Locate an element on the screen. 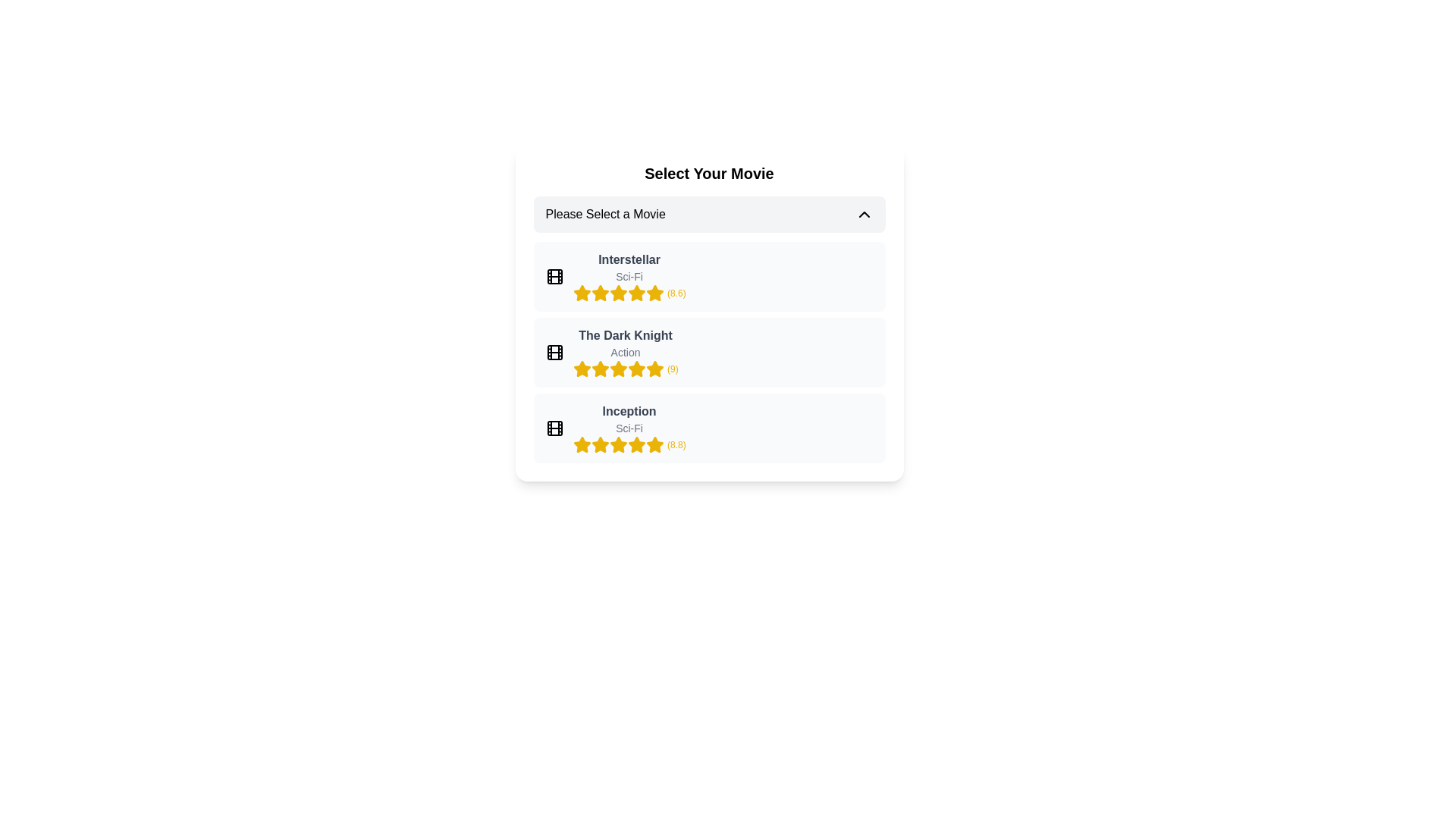 This screenshot has width=1456, height=819. the text element displaying the numerical rating count for 'The Dark Knight', positioned immediately to the right of the yellow stars in the second movie rating row is located at coordinates (672, 369).